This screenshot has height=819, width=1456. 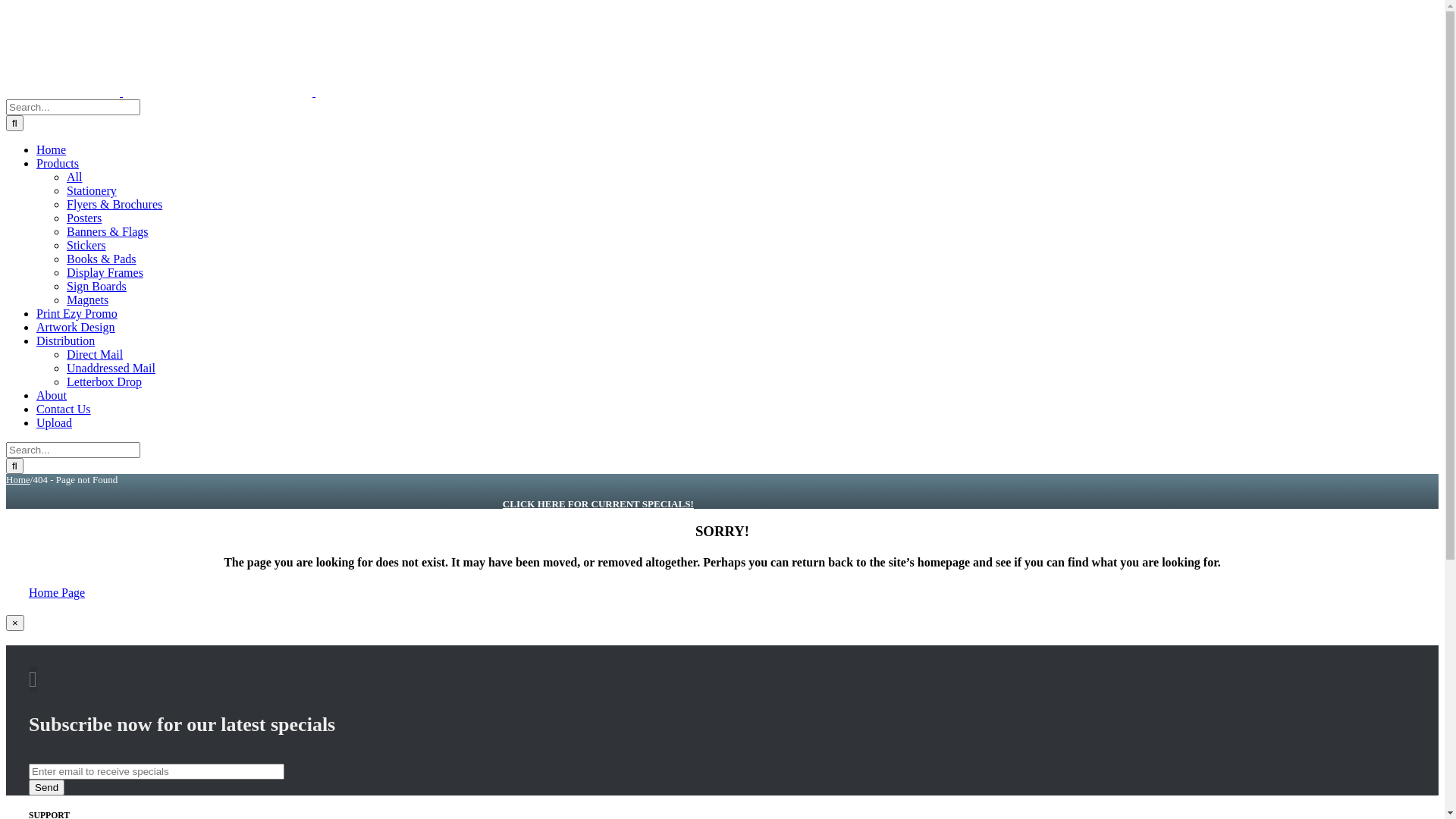 What do you see at coordinates (93, 354) in the screenshot?
I see `'Direct Mail'` at bounding box center [93, 354].